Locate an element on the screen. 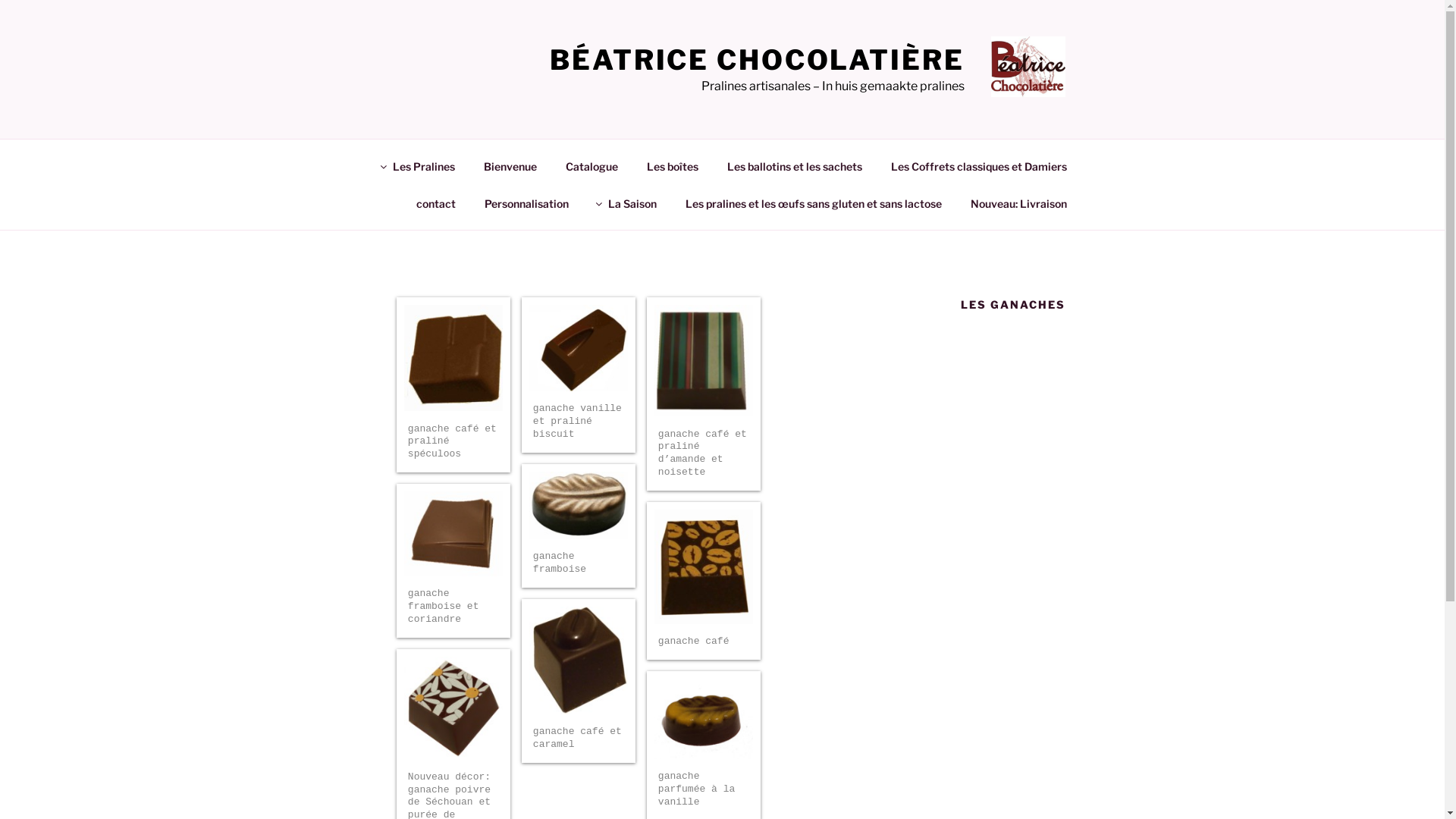 Image resolution: width=1456 pixels, height=819 pixels. 'contact' is located at coordinates (435, 202).